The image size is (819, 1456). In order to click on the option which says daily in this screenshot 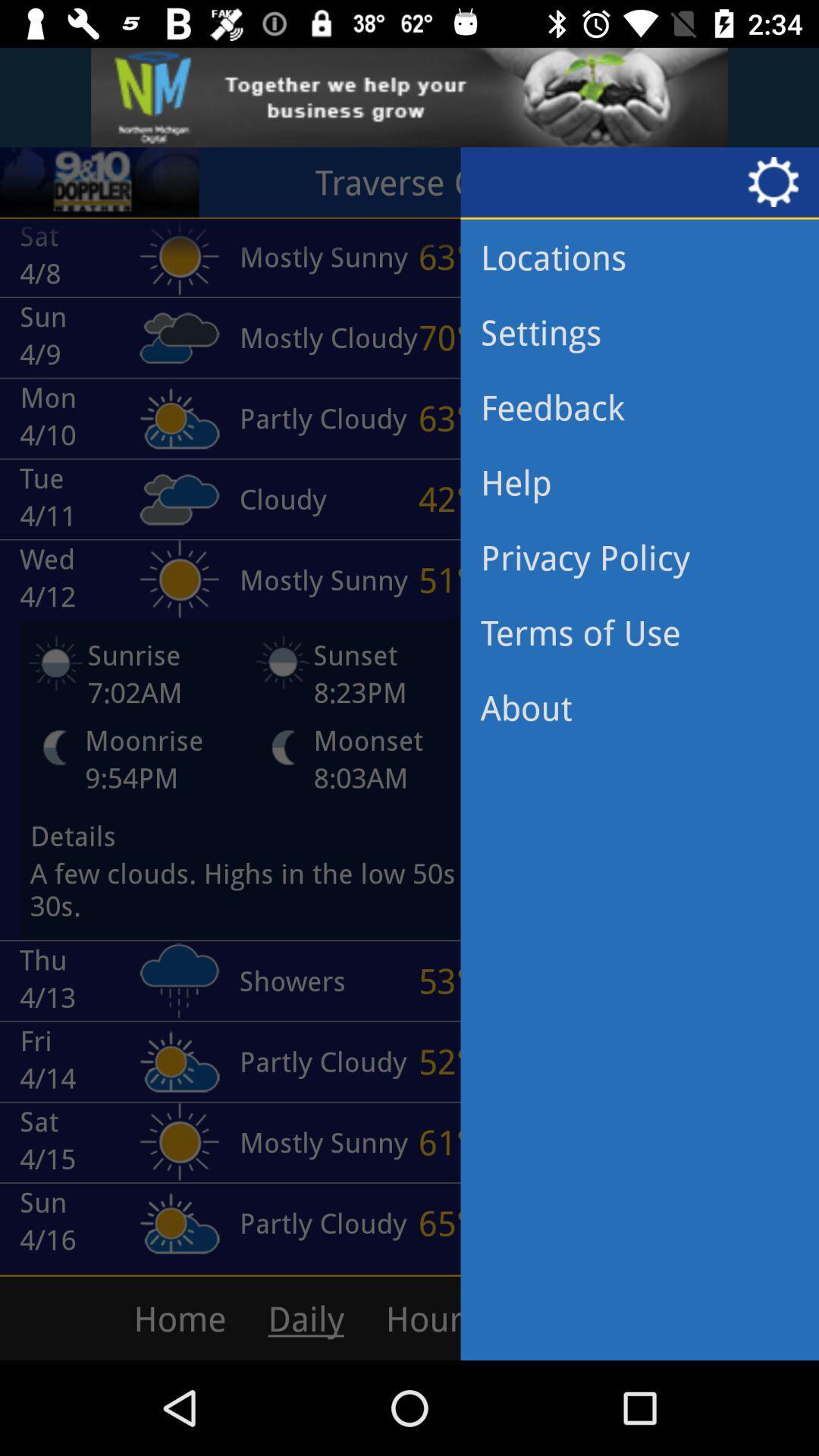, I will do `click(315, 1317)`.